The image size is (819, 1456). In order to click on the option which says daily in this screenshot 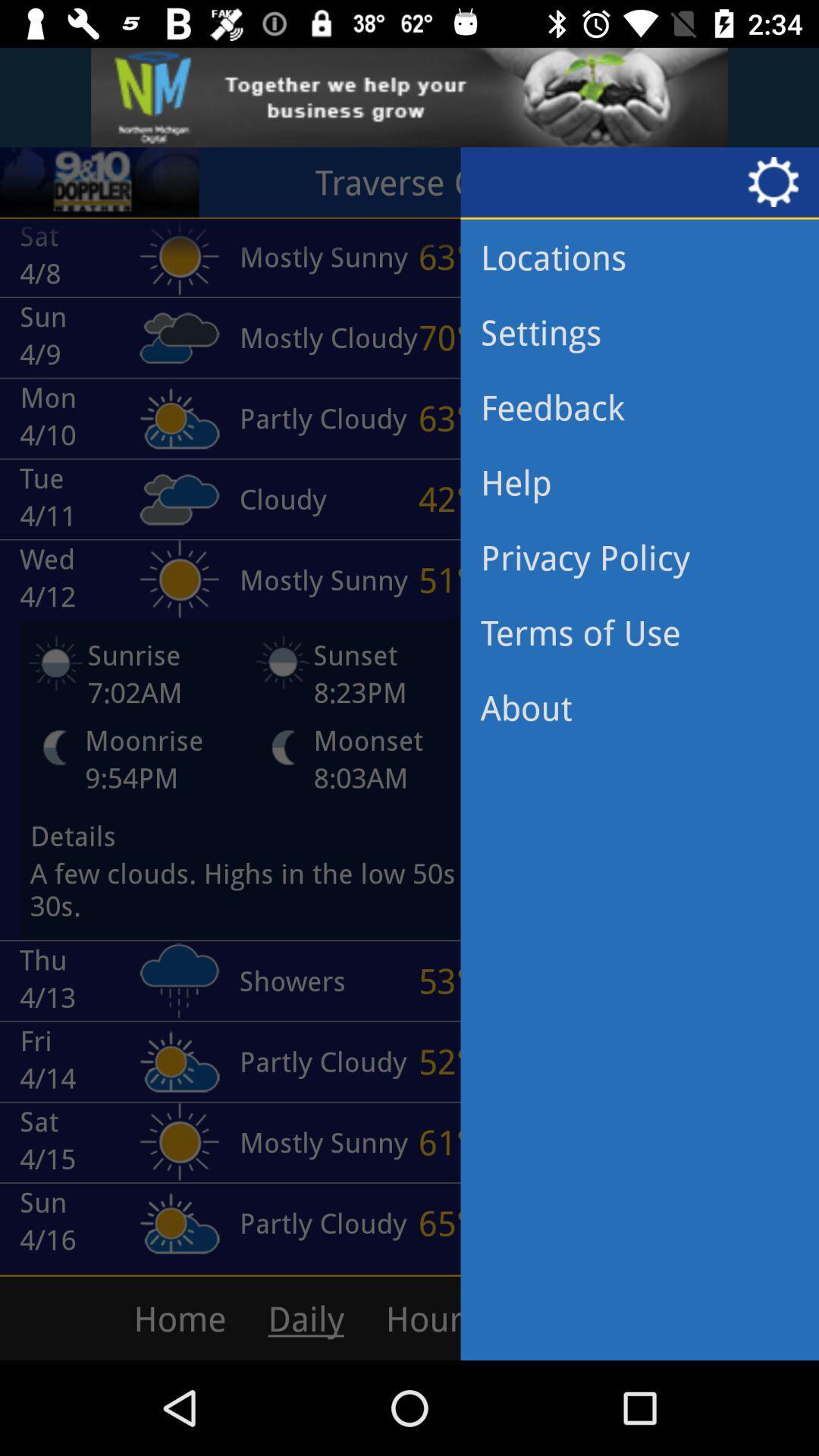, I will do `click(315, 1317)`.